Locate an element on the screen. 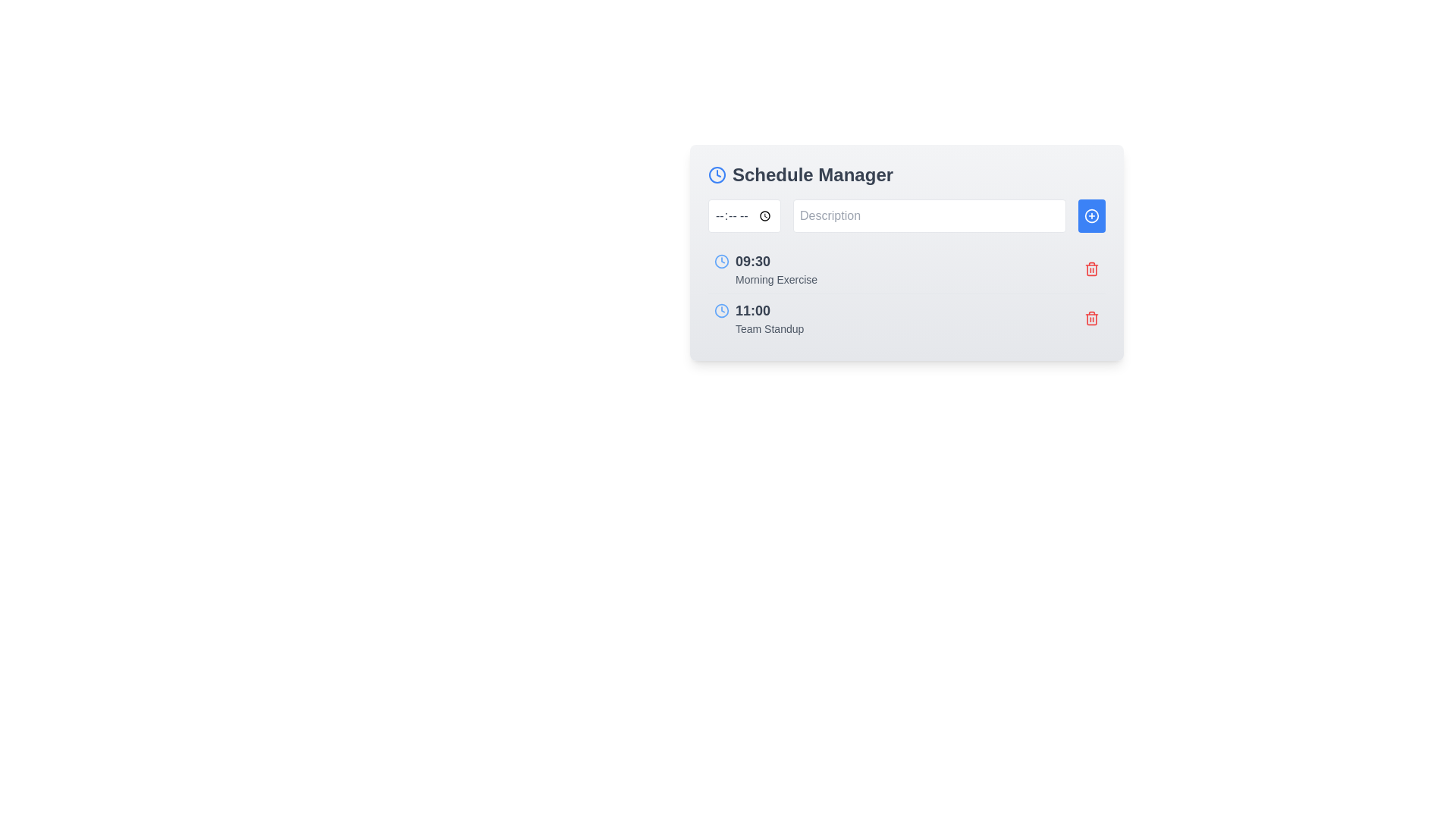 Image resolution: width=1456 pixels, height=819 pixels. the static label representing a calendar event located as the second entry below '09:30 Morning Exercise' in the Schedule Manager interface is located at coordinates (759, 318).